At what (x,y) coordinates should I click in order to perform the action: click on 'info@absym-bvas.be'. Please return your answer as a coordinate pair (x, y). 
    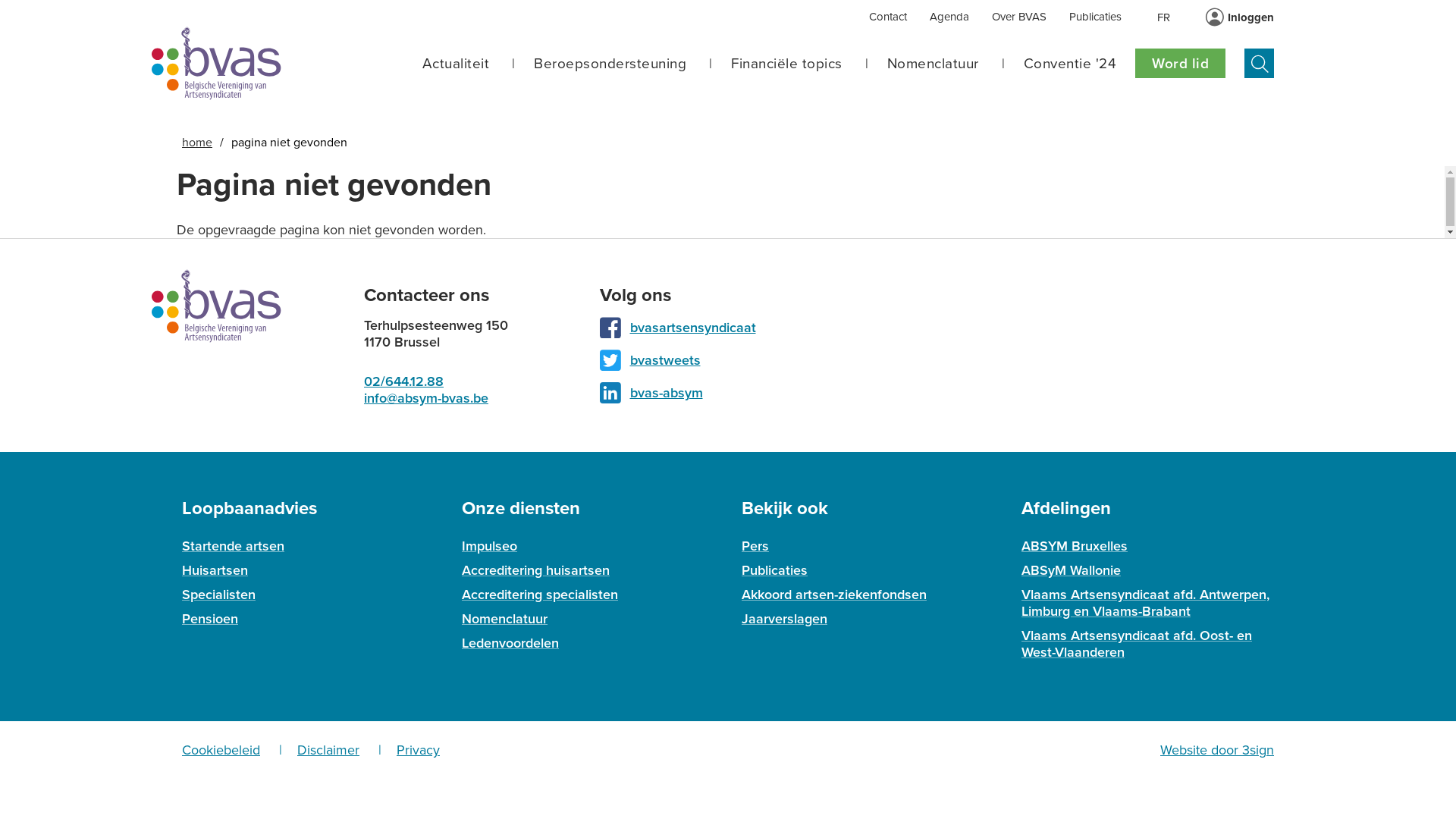
    Looking at the image, I should click on (425, 397).